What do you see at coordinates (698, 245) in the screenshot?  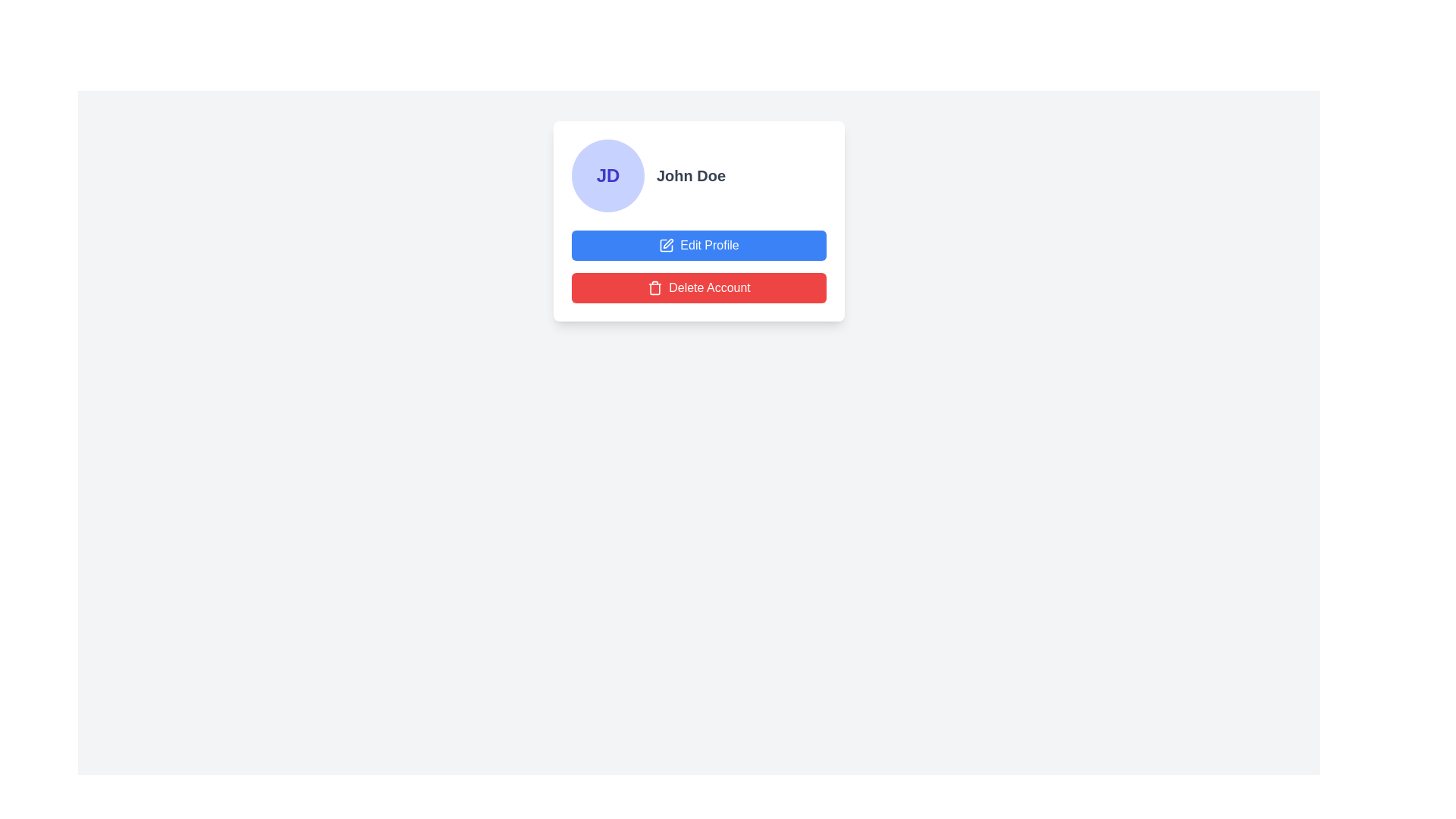 I see `the profile editing button located at the center of the form, positioned above the 'Delete Account' button and below the user name and profile icon` at bounding box center [698, 245].